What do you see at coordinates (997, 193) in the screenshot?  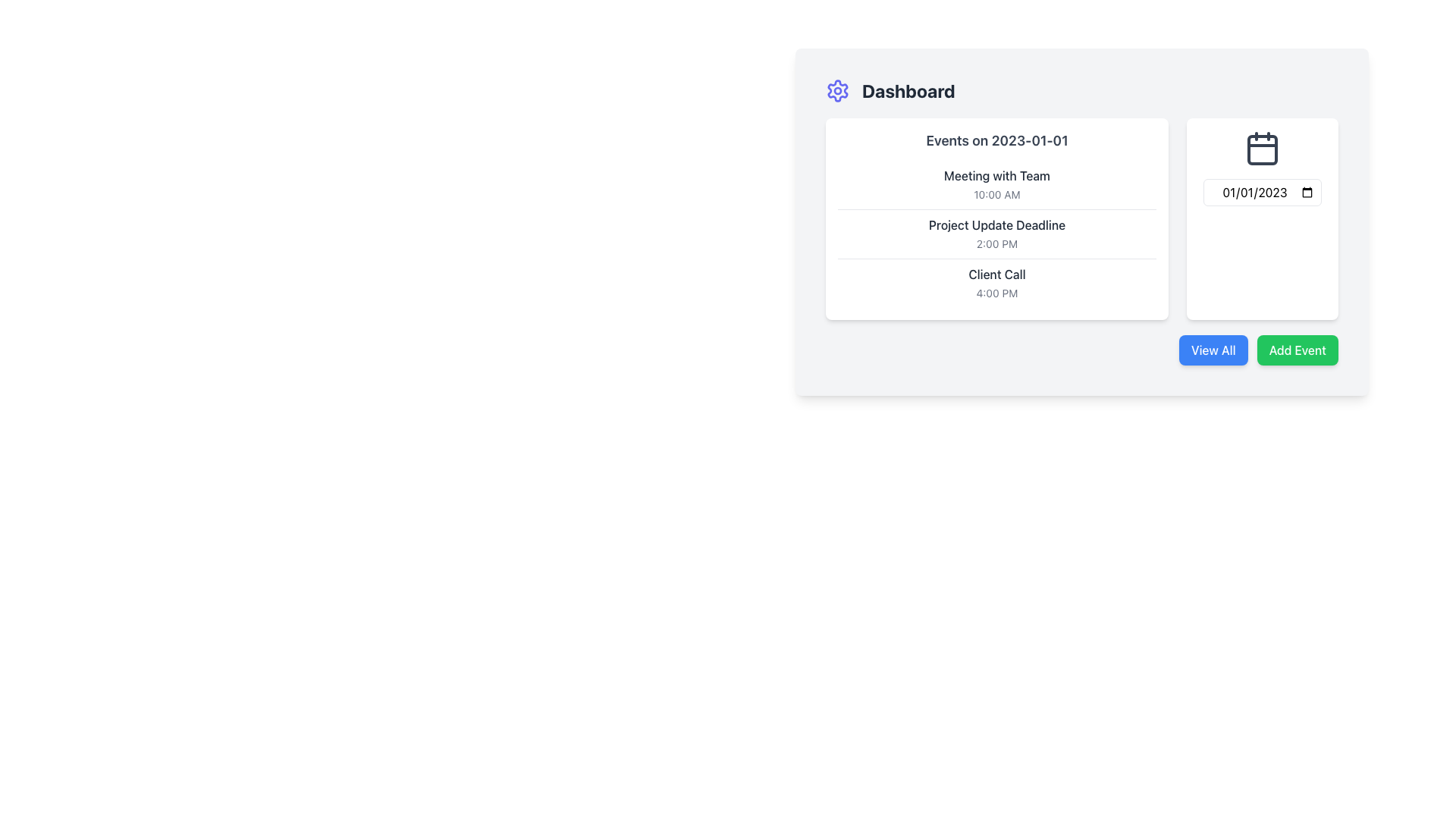 I see `Text Label displaying the scheduled time for the meeting entry in the events section of the 'Dashboard' page, located beneath the 'Meeting with Team' label` at bounding box center [997, 193].